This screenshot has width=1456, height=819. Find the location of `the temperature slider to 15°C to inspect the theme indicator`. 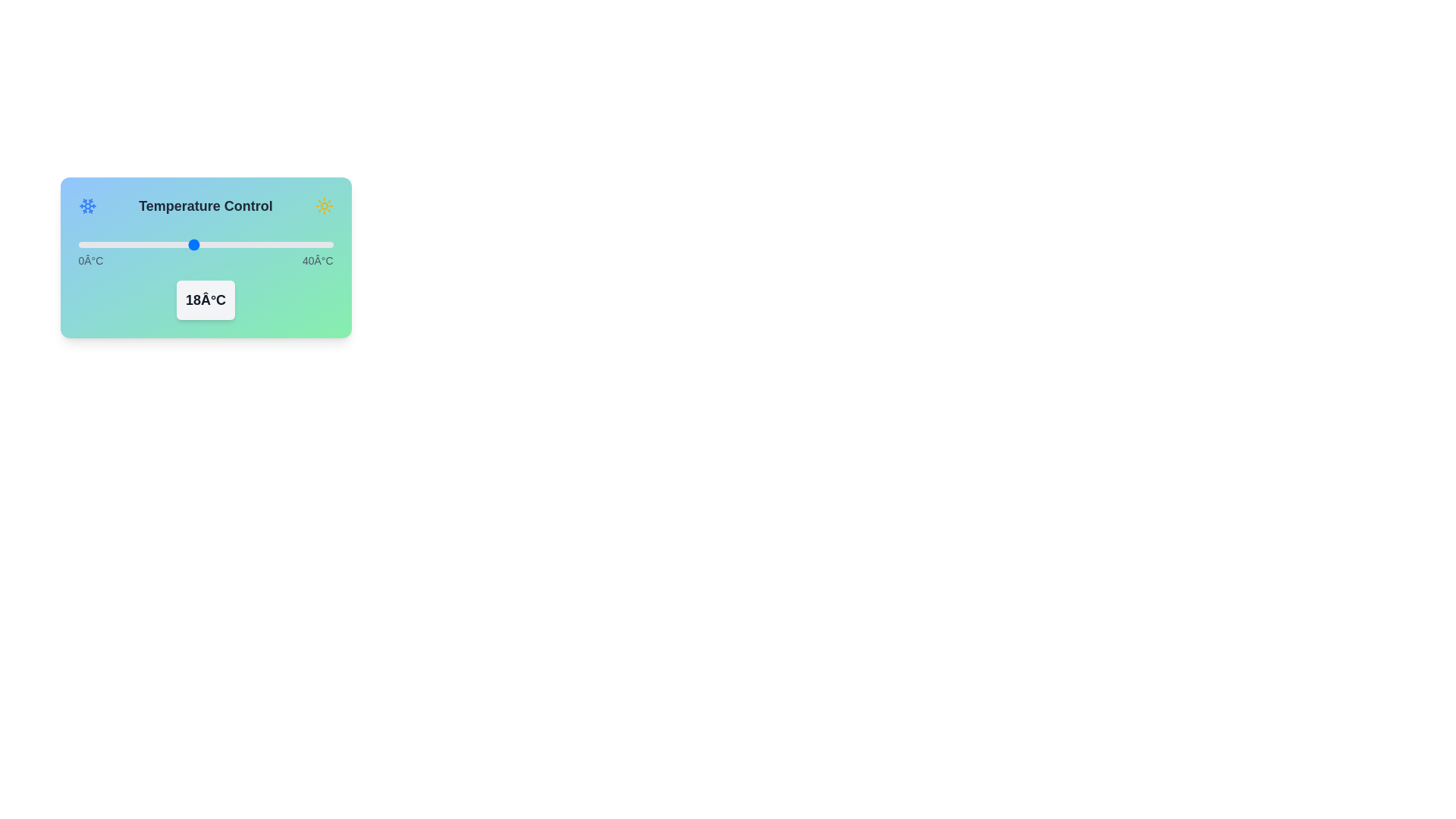

the temperature slider to 15°C to inspect the theme indicator is located at coordinates (174, 244).